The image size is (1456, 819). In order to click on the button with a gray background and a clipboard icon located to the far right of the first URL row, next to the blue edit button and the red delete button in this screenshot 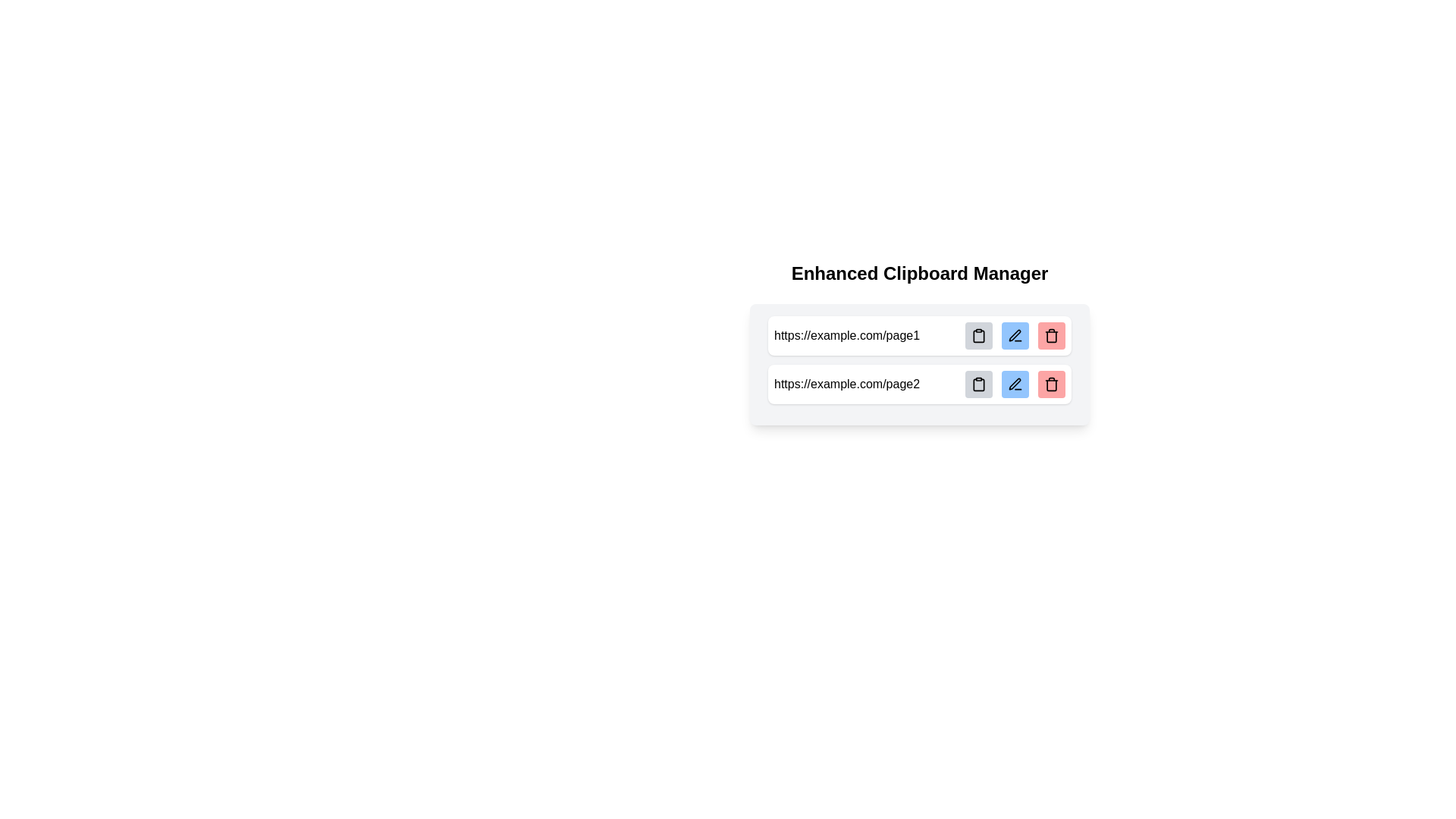, I will do `click(979, 335)`.